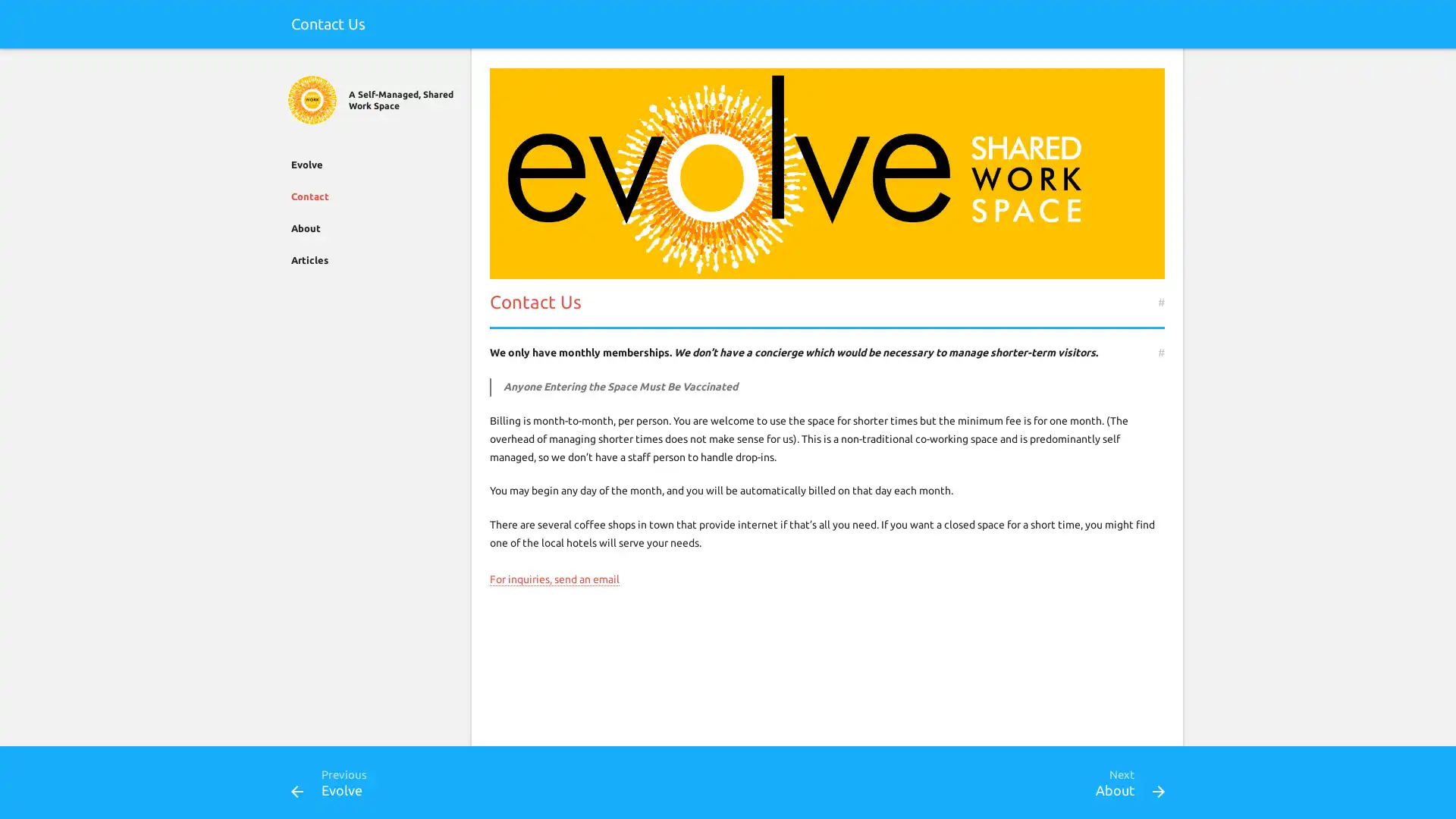  I want to click on Next, so click(1157, 791).